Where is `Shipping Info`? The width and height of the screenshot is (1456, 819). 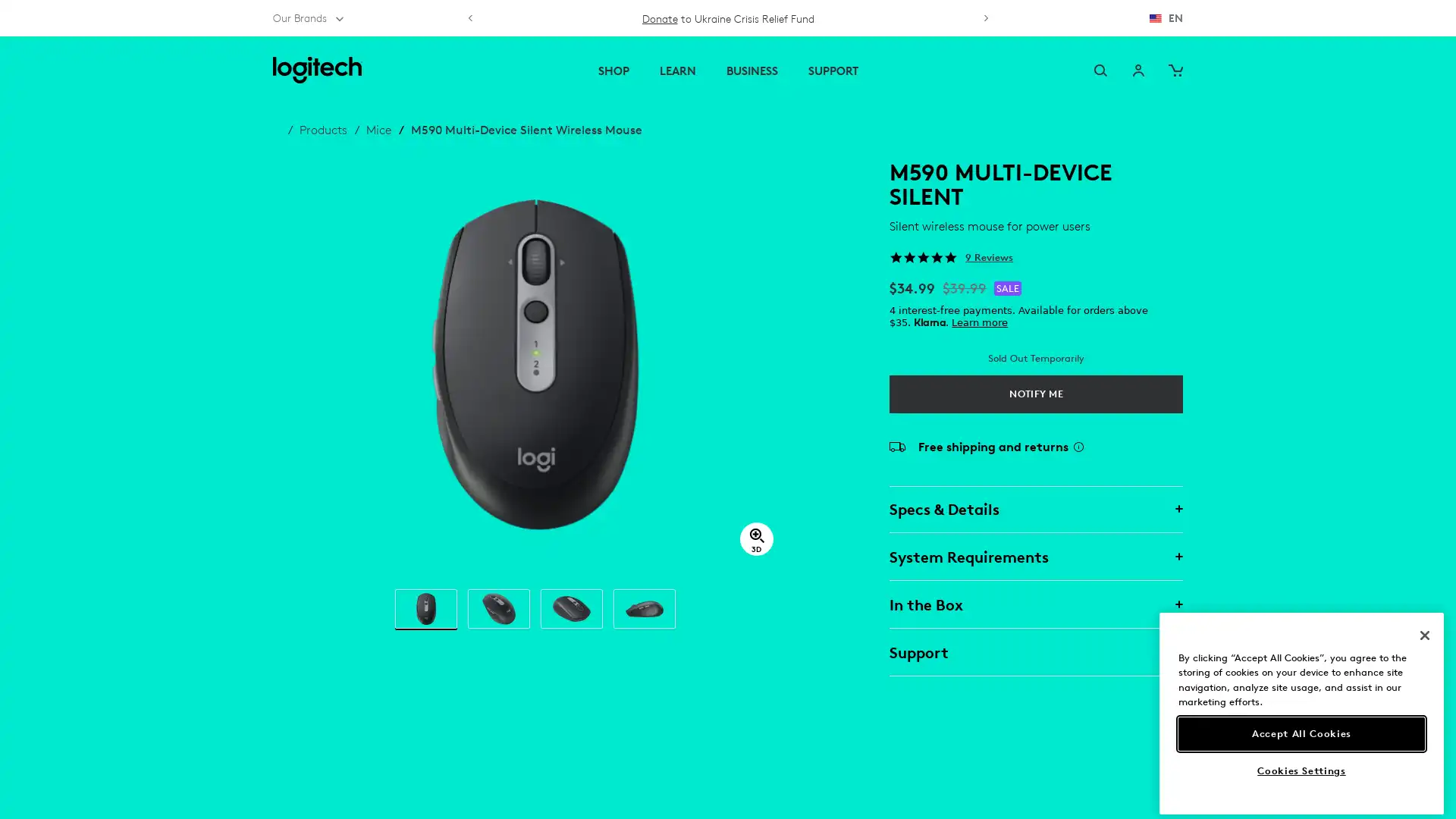
Shipping Info is located at coordinates (1079, 446).